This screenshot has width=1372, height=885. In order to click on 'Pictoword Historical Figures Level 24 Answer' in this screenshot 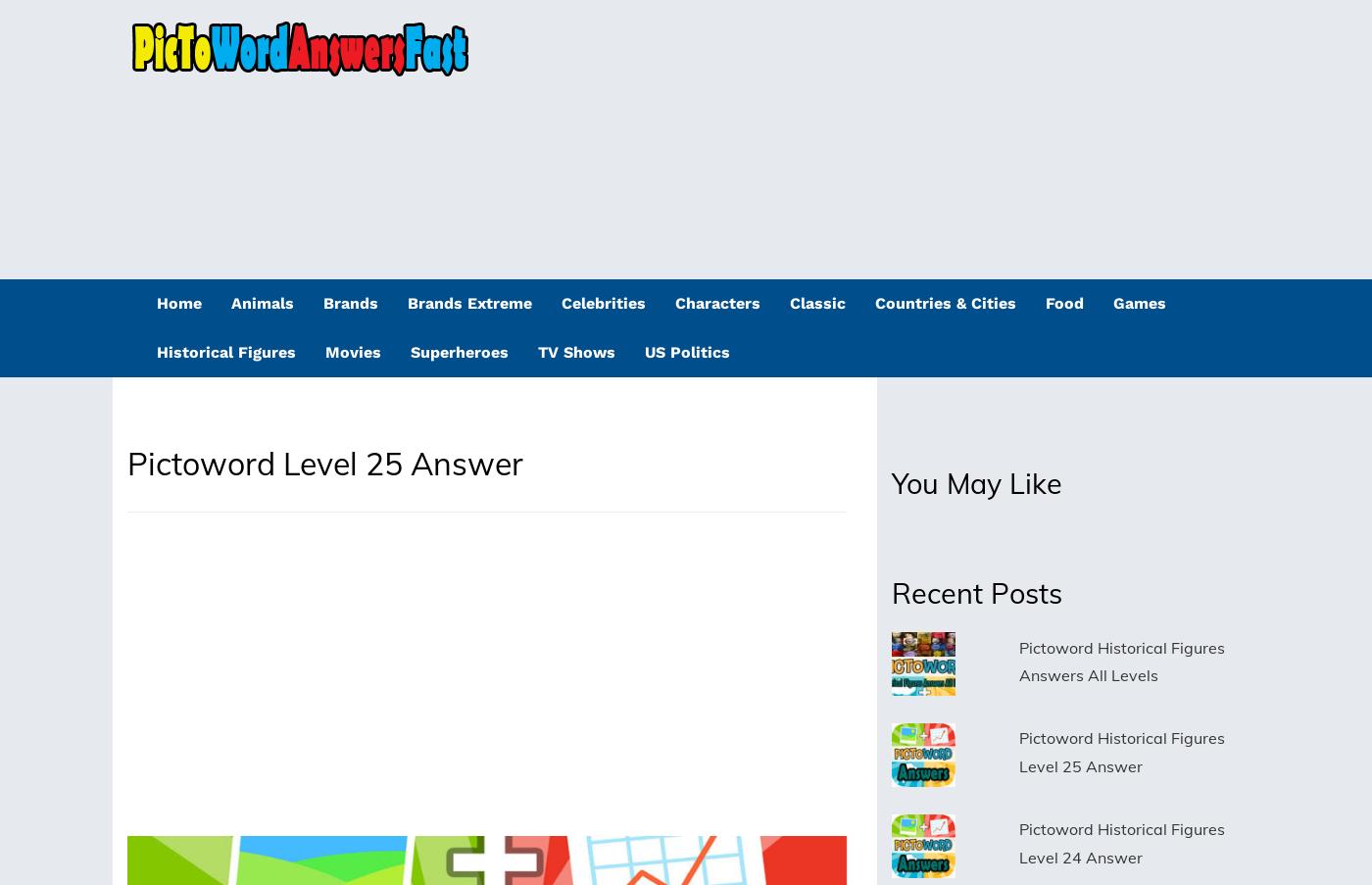, I will do `click(1120, 842)`.